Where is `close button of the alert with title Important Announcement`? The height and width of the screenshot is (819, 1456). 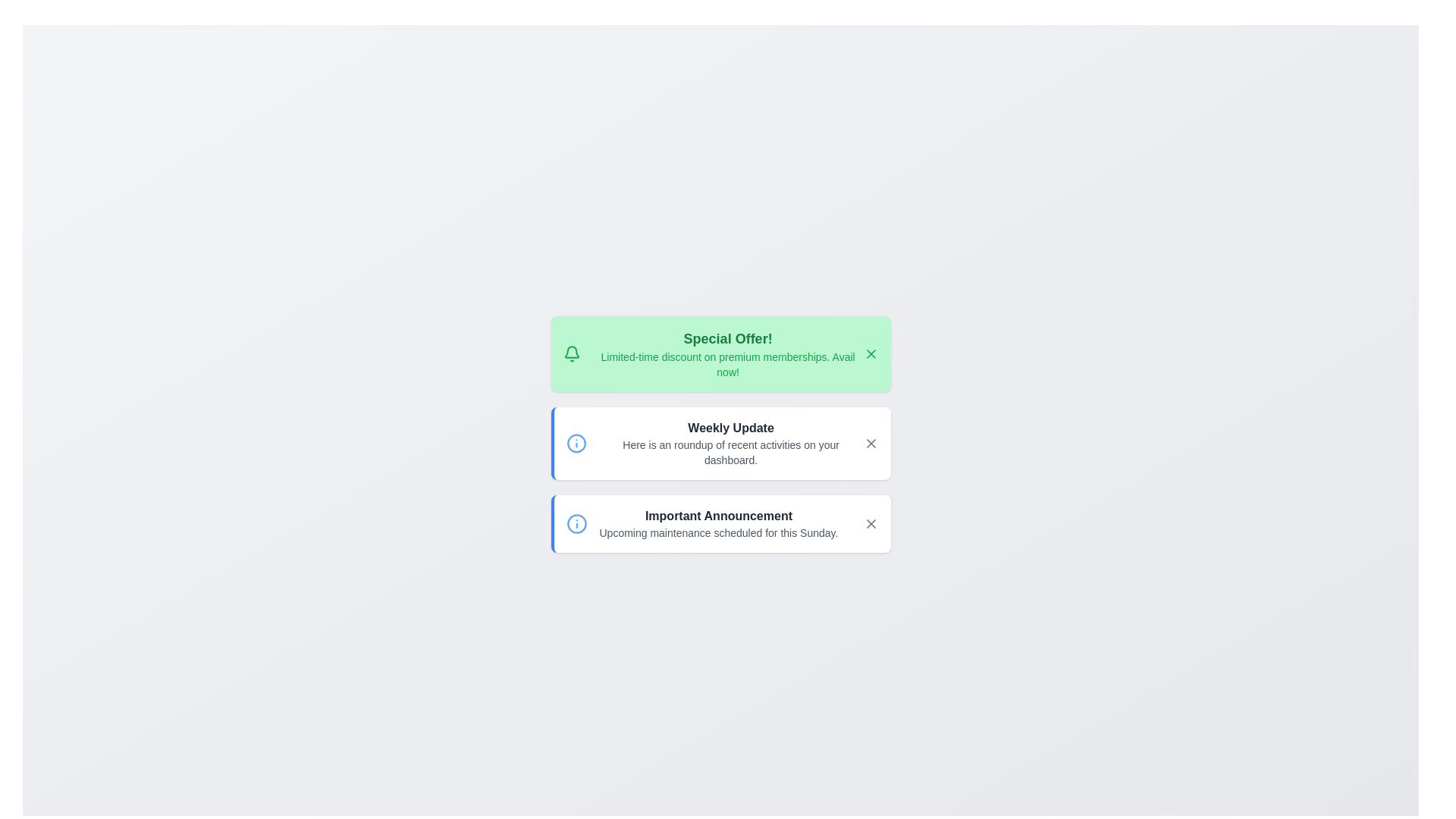
close button of the alert with title Important Announcement is located at coordinates (871, 522).